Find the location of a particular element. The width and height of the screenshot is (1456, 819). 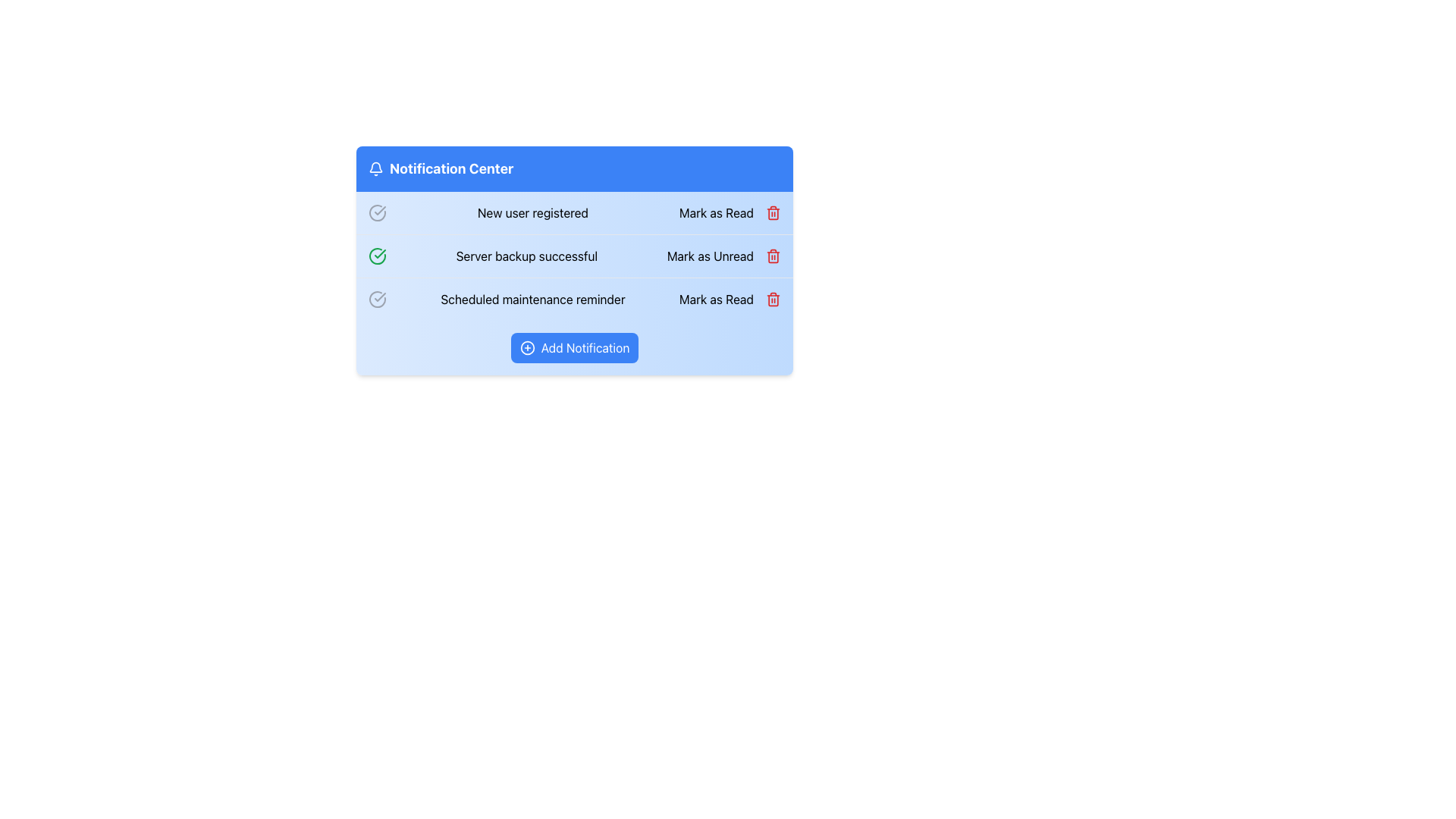

the 'Add Notification' button located at the bottom of the notification interface is located at coordinates (574, 348).